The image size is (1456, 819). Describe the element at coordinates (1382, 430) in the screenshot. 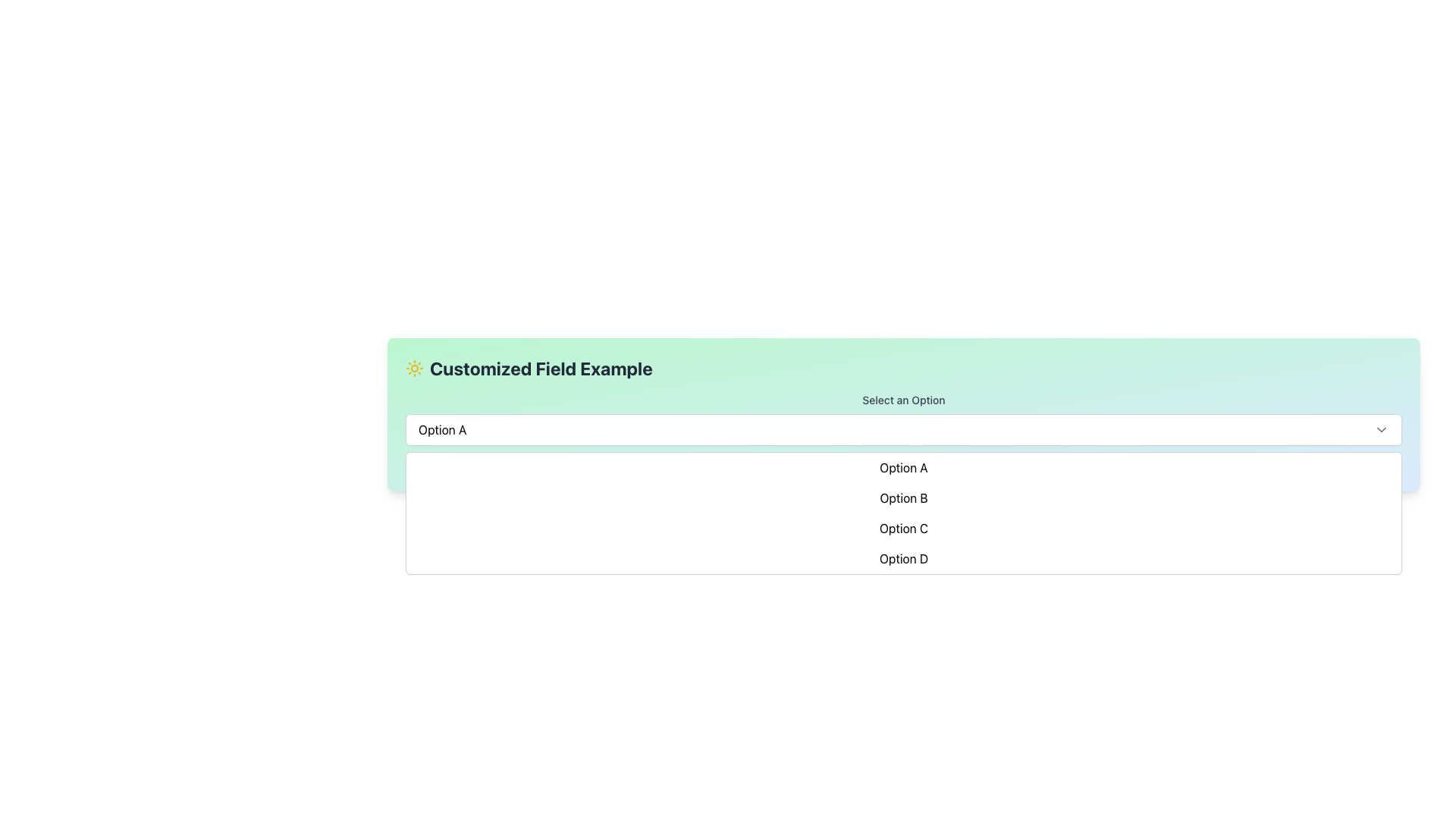

I see `the chevron icon located in the rightmost section of the dropdown field` at that location.